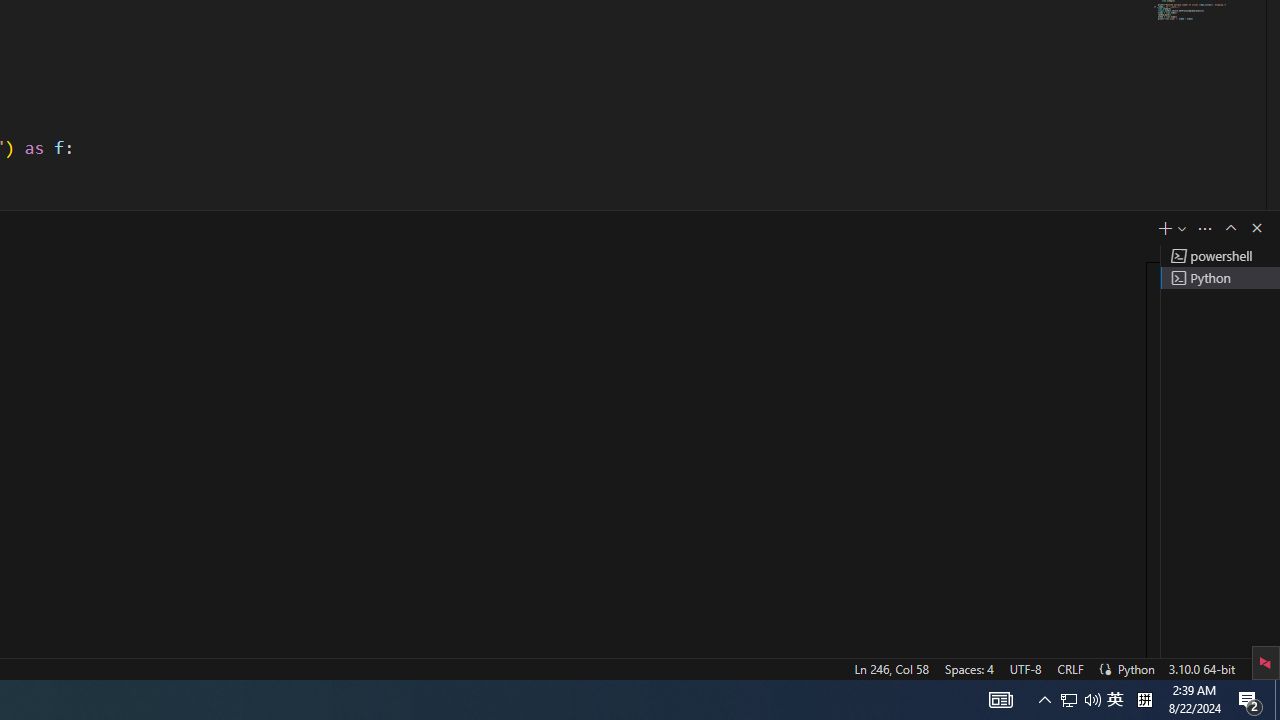 The height and width of the screenshot is (720, 1280). What do you see at coordinates (1219, 254) in the screenshot?
I see `'Terminal 1 powershell'` at bounding box center [1219, 254].